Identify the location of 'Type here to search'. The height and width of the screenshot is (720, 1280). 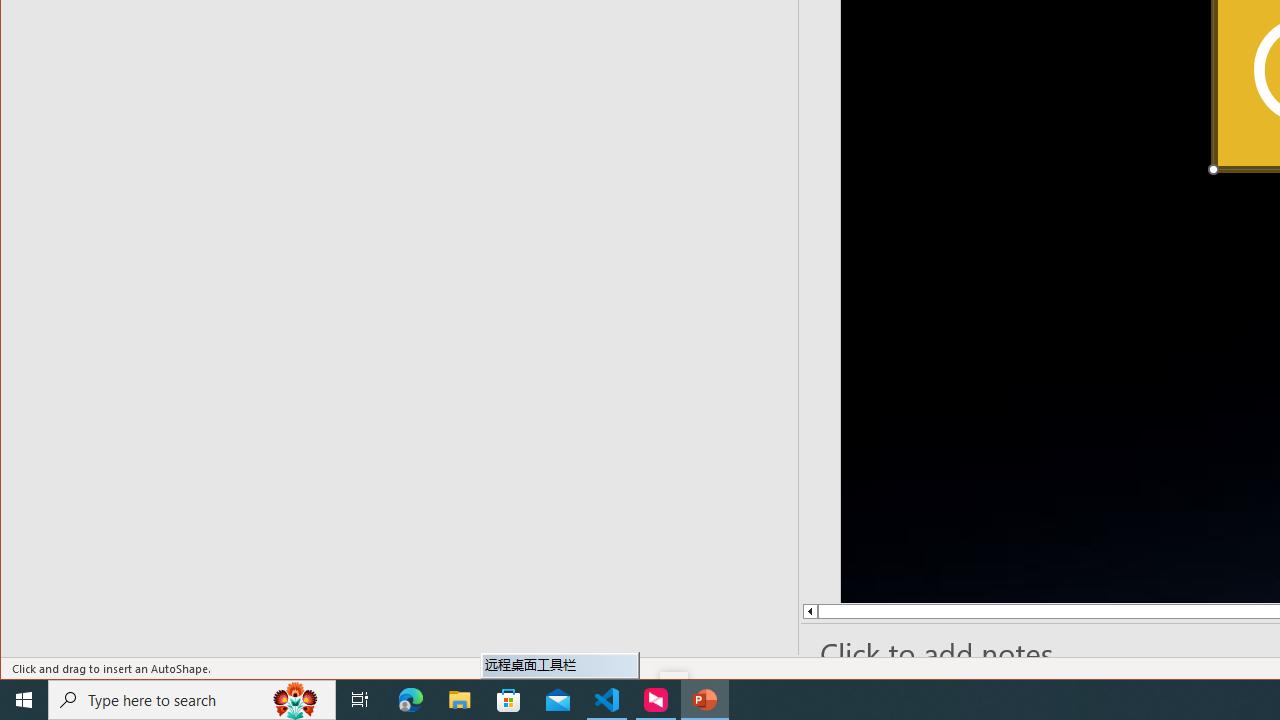
(192, 698).